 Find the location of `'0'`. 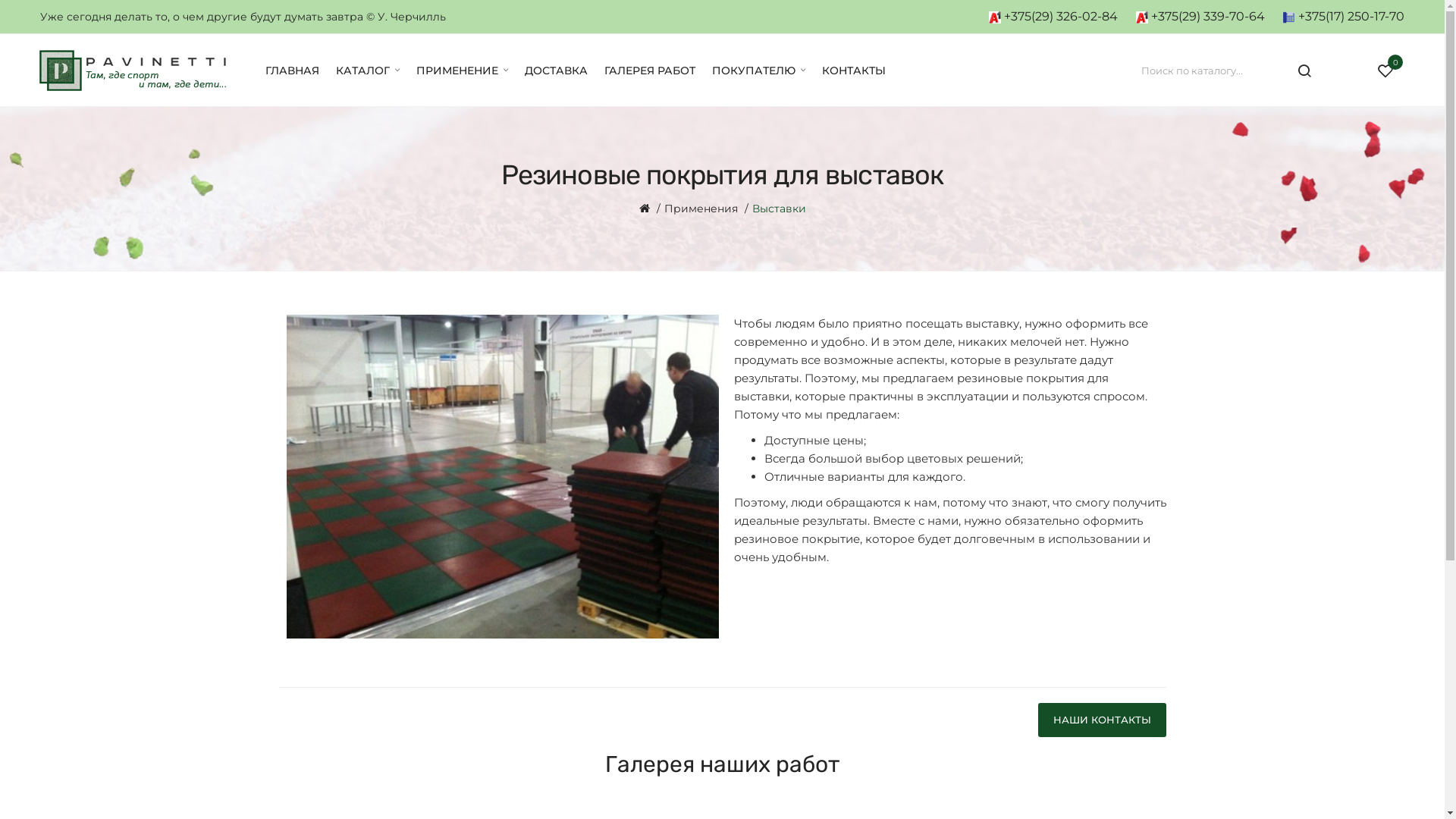

'0' is located at coordinates (1385, 70).